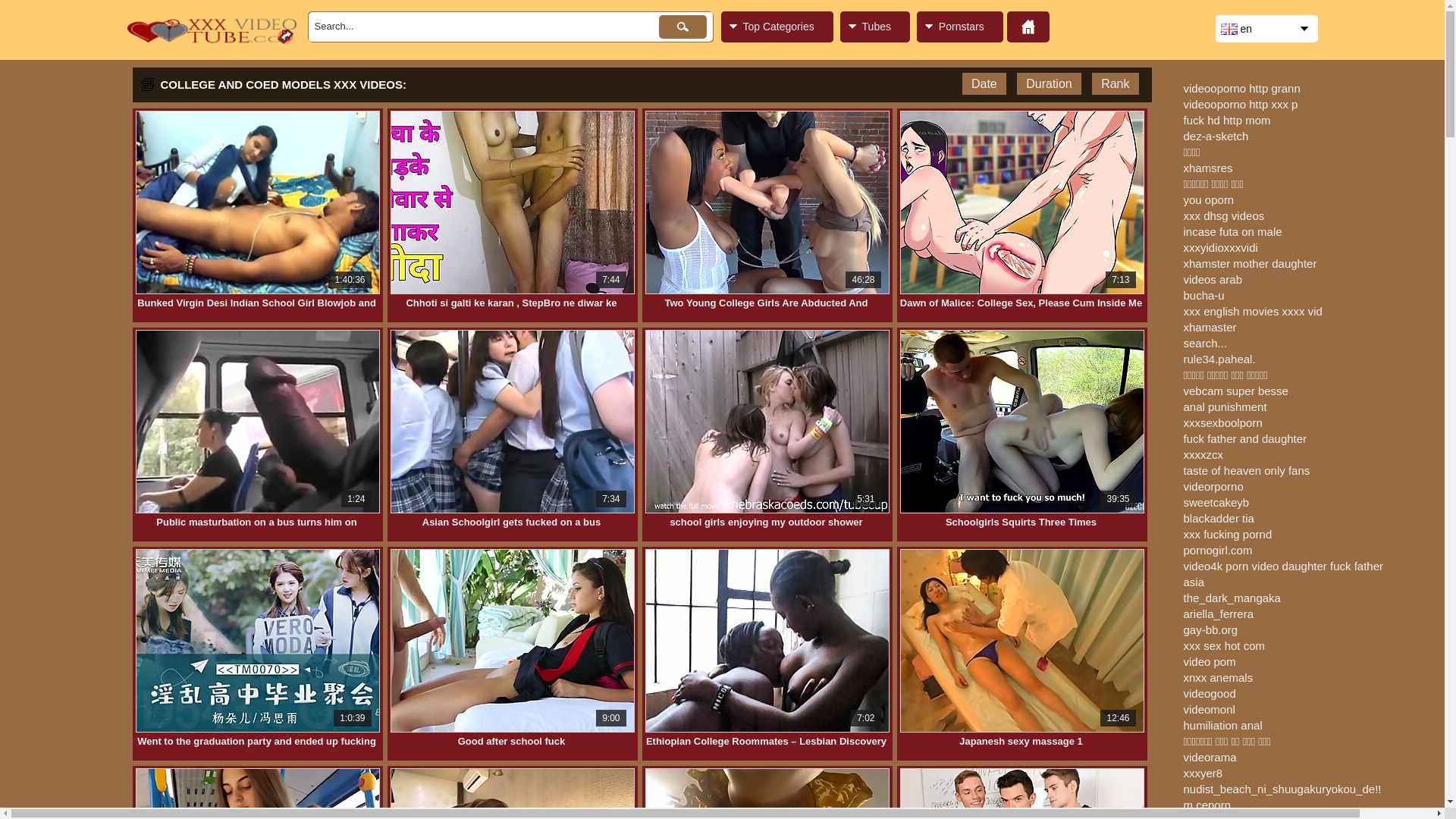 The height and width of the screenshot is (819, 1456). Describe the element at coordinates (1203, 295) in the screenshot. I see `'bucha-u'` at that location.